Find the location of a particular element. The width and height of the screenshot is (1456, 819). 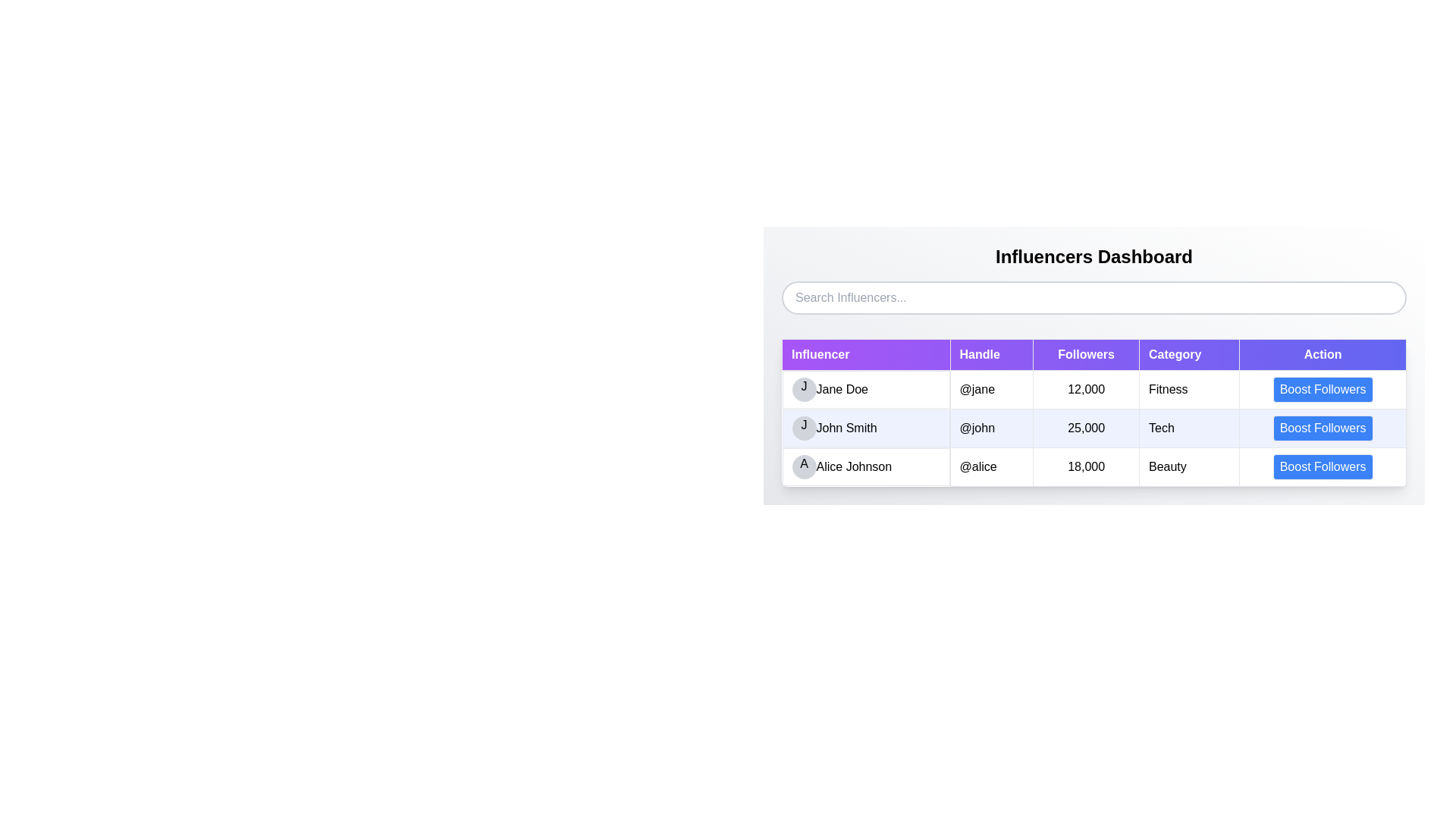

the List item for the influencer 'John Smith', which includes a circular avatar with the letter 'J' and a text label displaying the name 'John Smith', positioned under the 'Influencer' column header is located at coordinates (866, 428).